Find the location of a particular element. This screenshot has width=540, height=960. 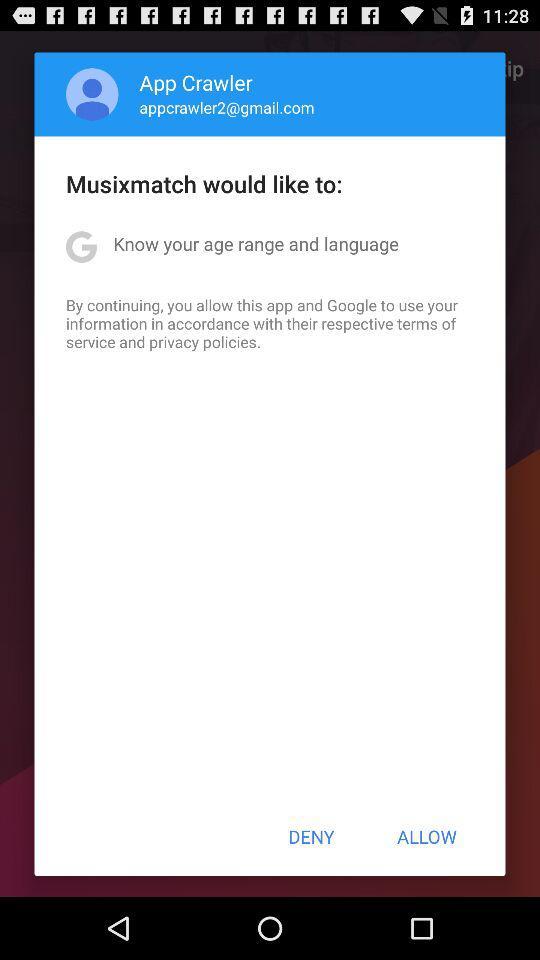

icon next to app crawler app is located at coordinates (91, 94).